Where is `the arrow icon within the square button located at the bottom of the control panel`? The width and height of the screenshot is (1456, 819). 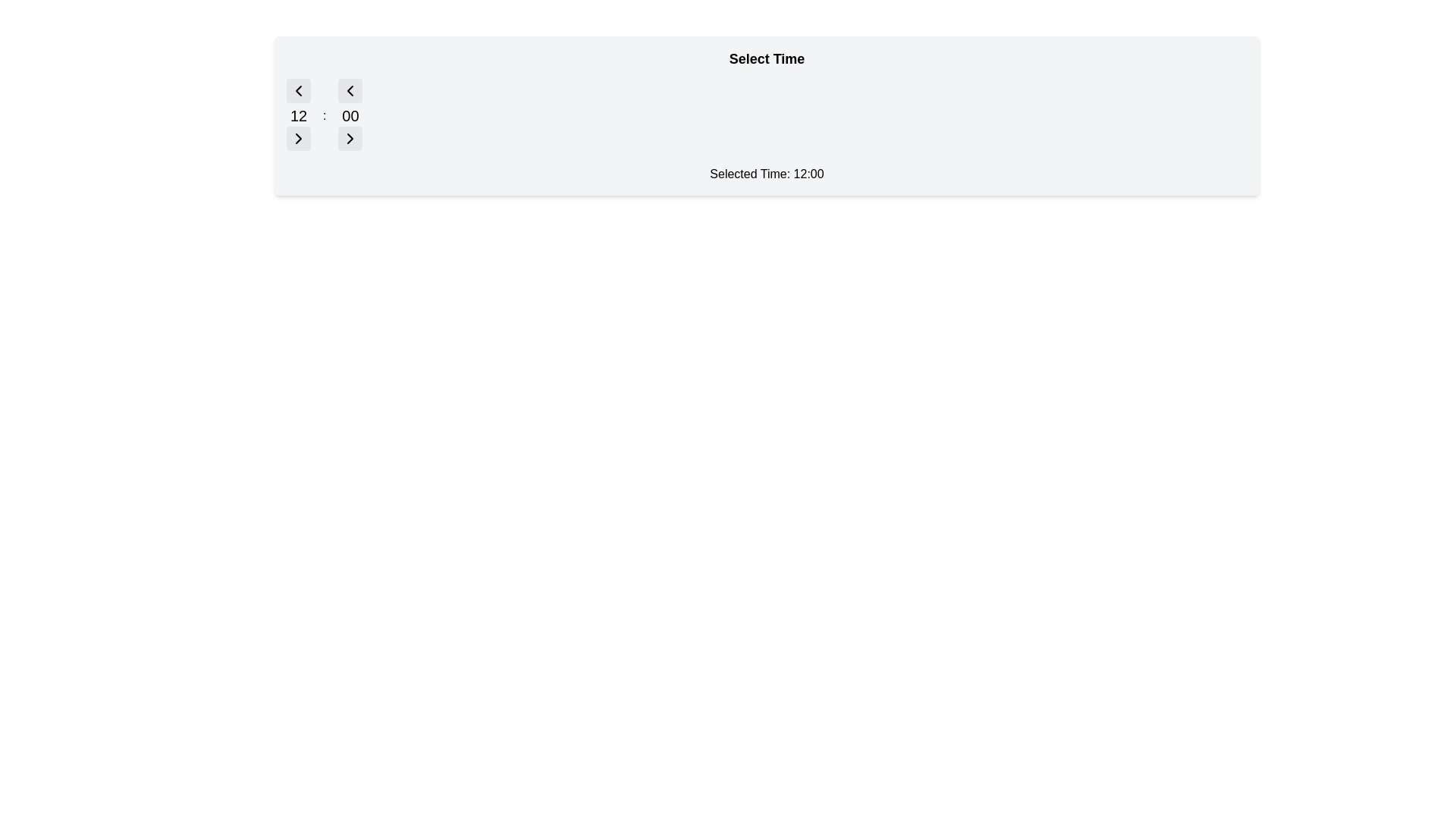 the arrow icon within the square button located at the bottom of the control panel is located at coordinates (350, 138).